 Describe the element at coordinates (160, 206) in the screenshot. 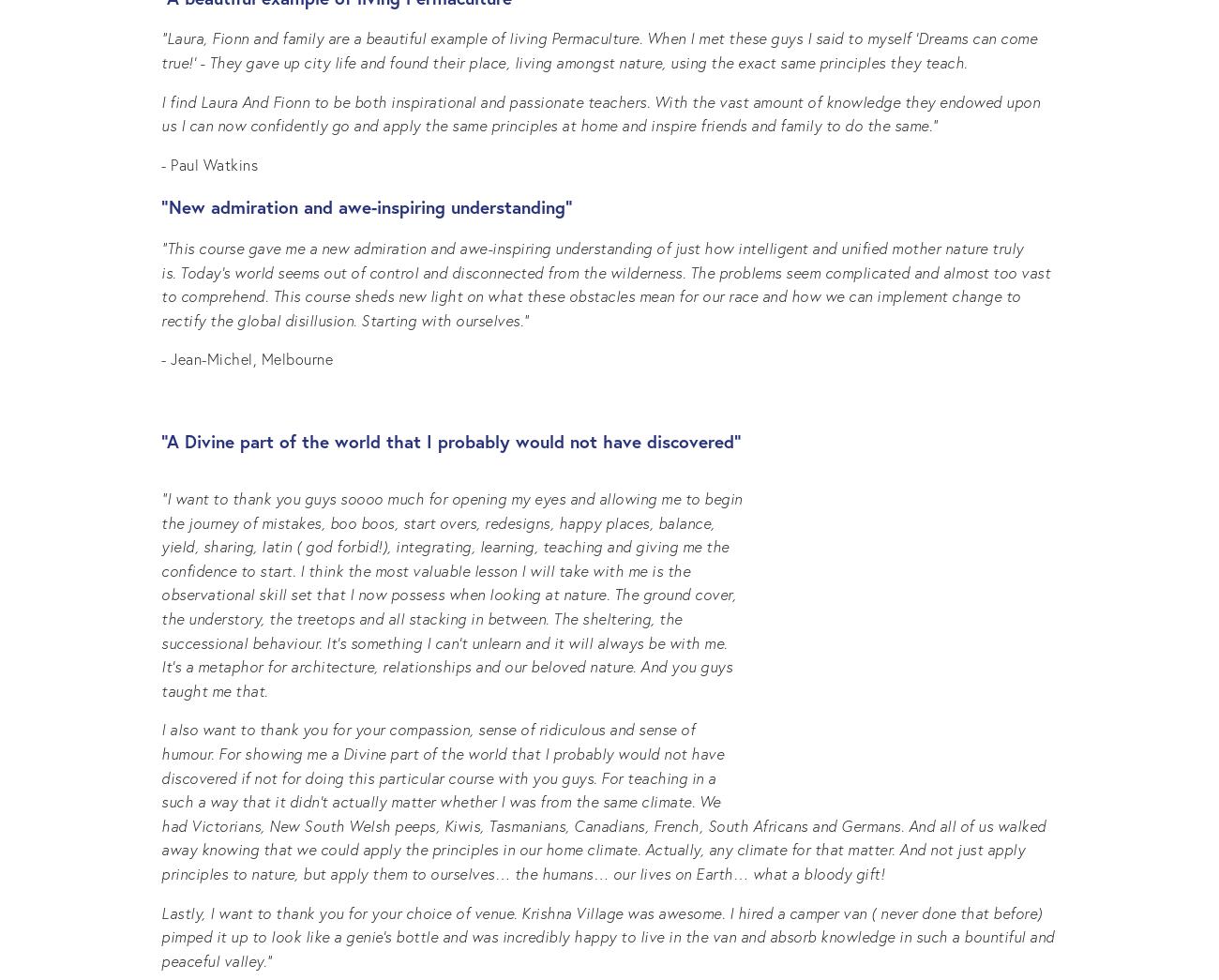

I see `'“New admiration and awe-inspiring understanding”'` at that location.